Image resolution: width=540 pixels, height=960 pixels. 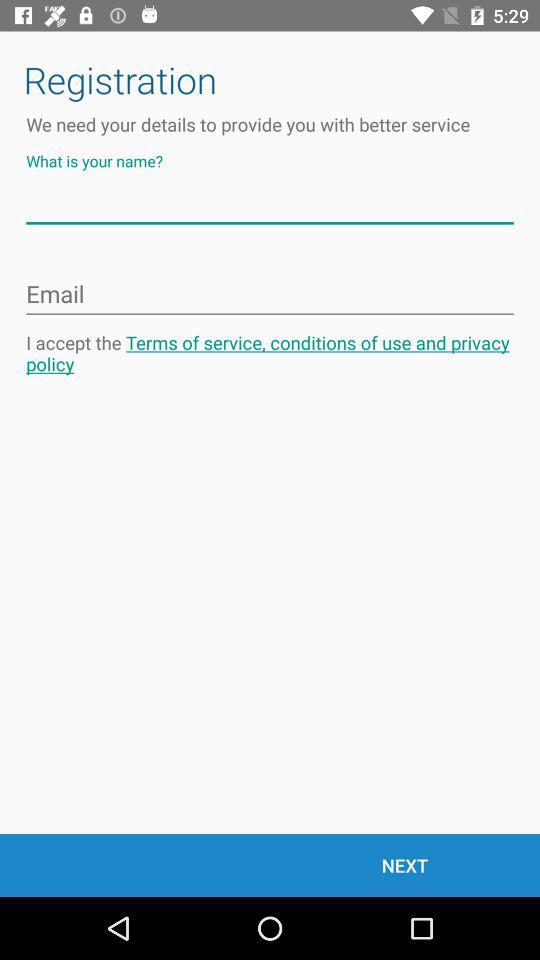 I want to click on your name, so click(x=270, y=204).